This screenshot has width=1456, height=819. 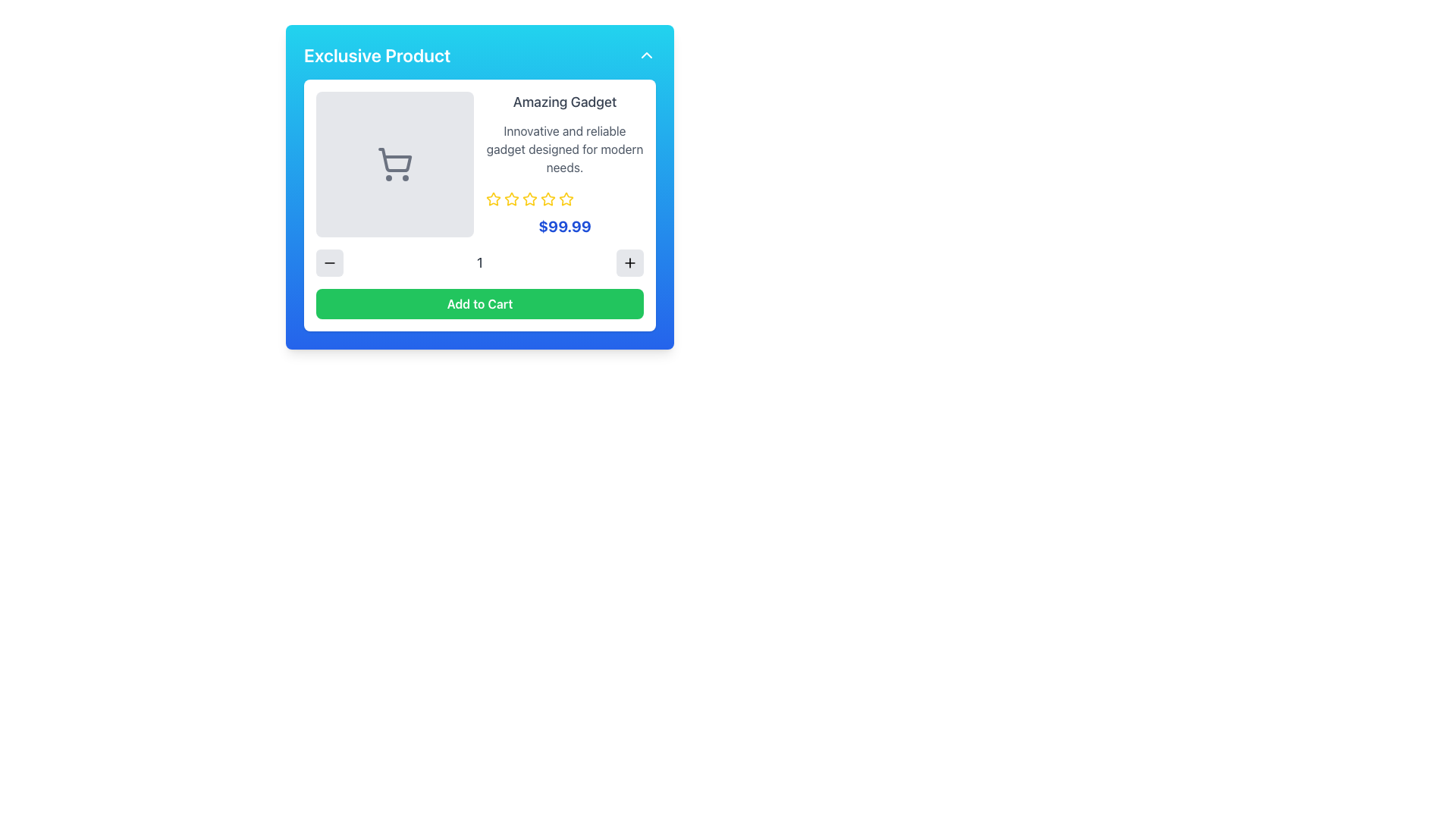 I want to click on the text label displaying the current quantity of an item located at the bottom part of the product card, between the decrement and increment buttons, so click(x=479, y=262).